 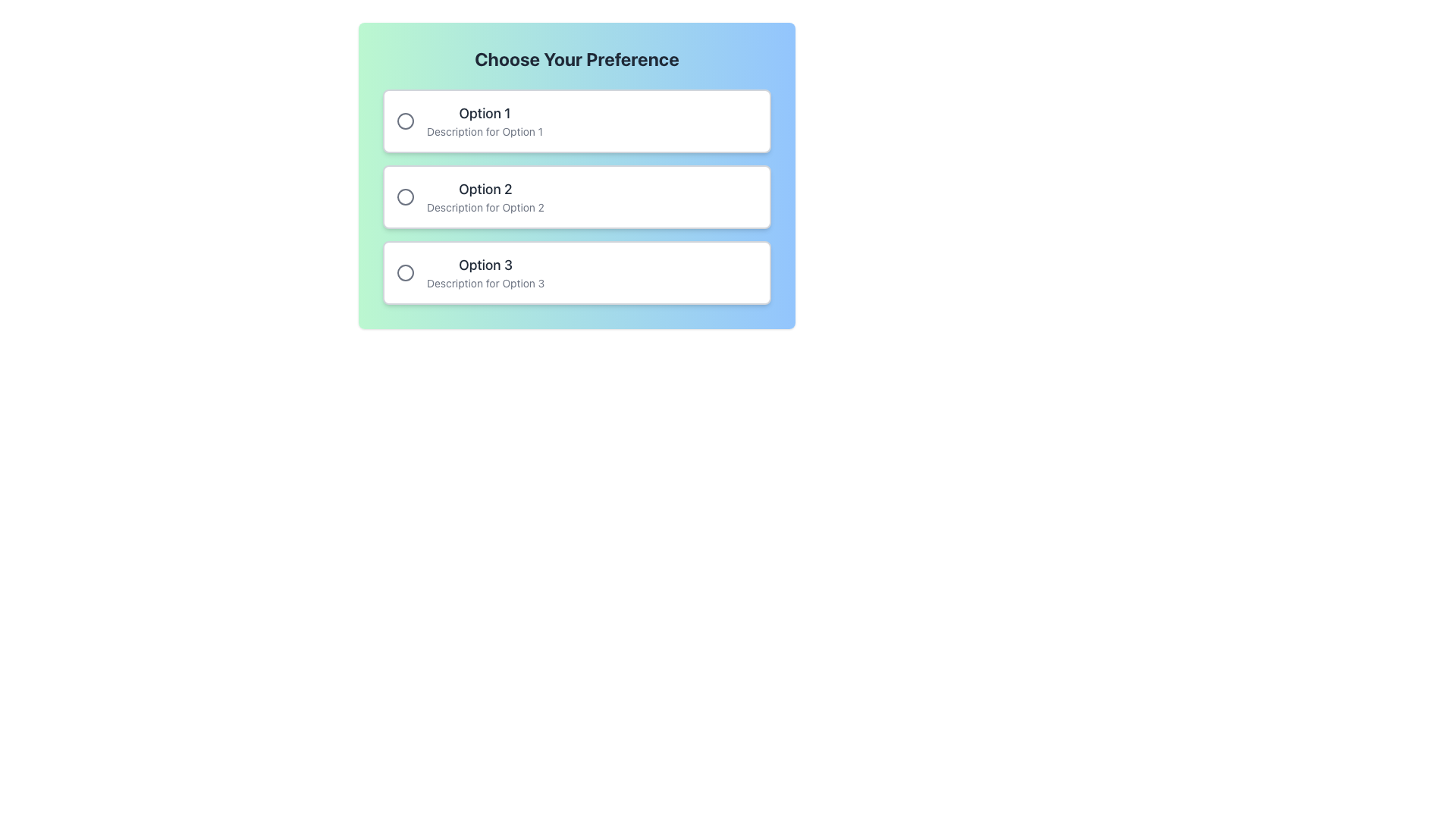 I want to click on the circular radio button outlined with a gray stroke, part of the list option labeled 'Option 2', so click(x=405, y=196).